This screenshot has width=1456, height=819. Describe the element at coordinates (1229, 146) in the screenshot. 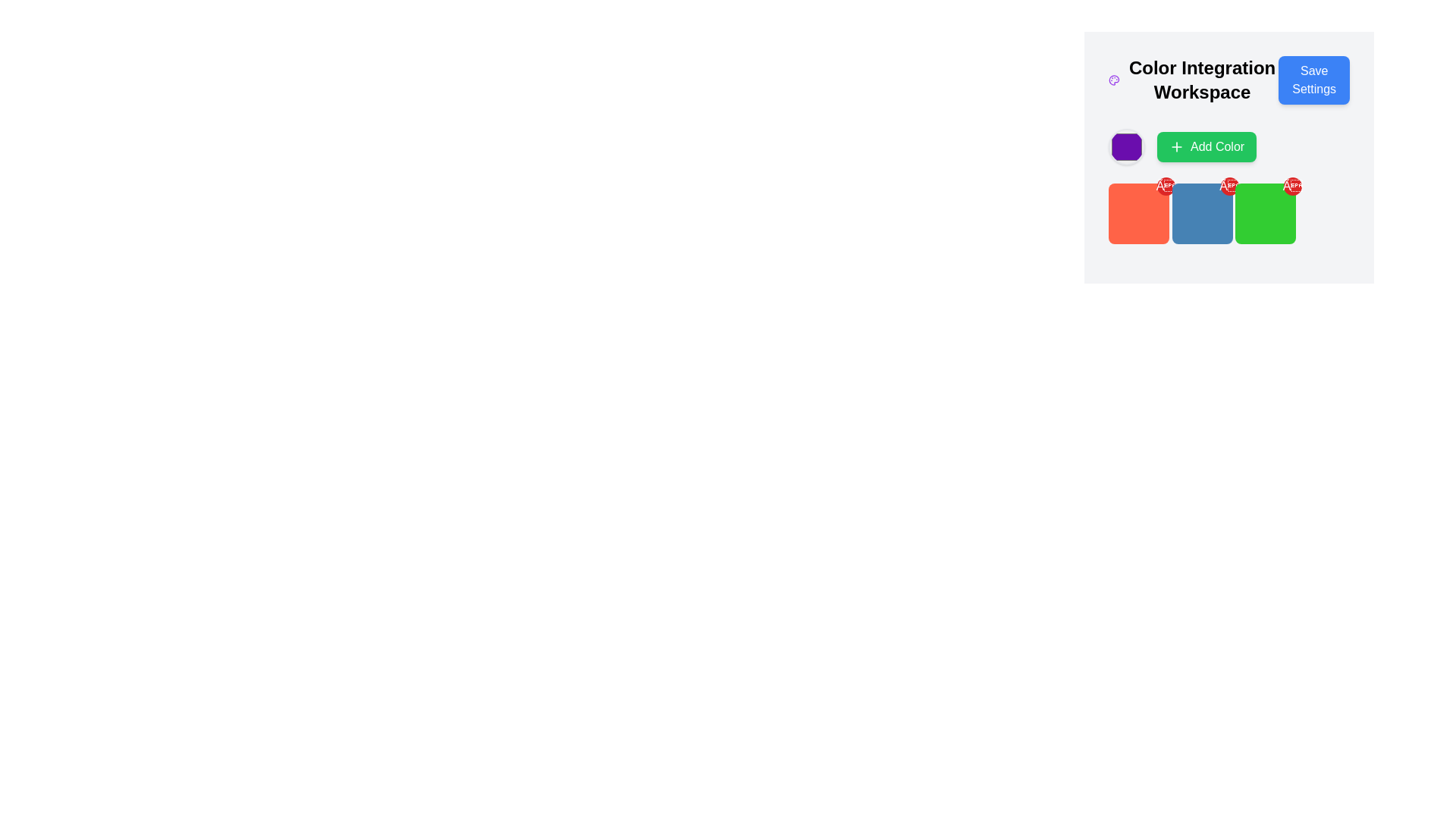

I see `the button located to the right of a purple circular UI component, under the 'Save Settings' button and 'Color Integration Workspace' title` at that location.